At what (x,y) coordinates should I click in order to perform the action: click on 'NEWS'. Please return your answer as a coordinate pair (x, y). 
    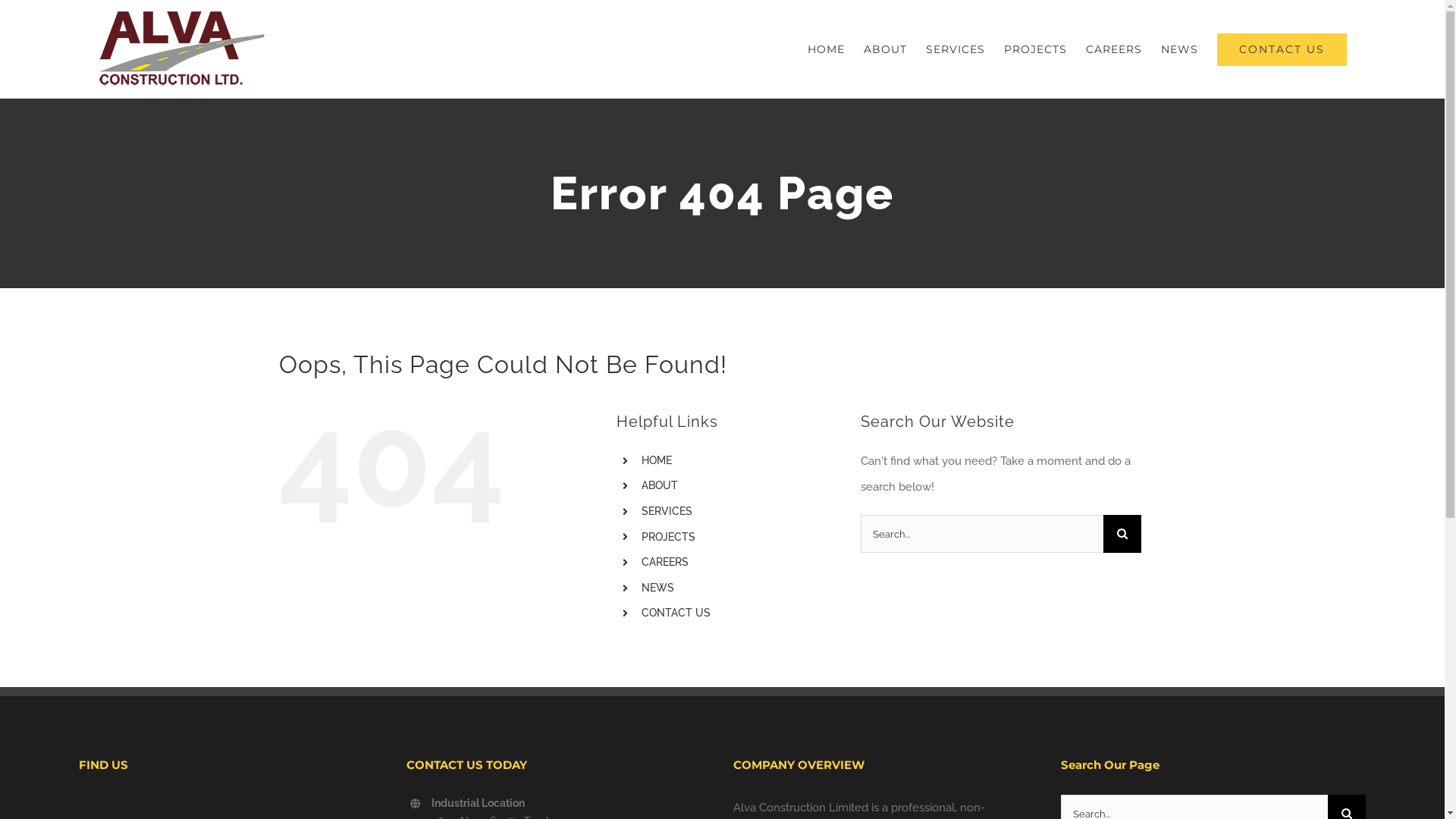
    Looking at the image, I should click on (1160, 49).